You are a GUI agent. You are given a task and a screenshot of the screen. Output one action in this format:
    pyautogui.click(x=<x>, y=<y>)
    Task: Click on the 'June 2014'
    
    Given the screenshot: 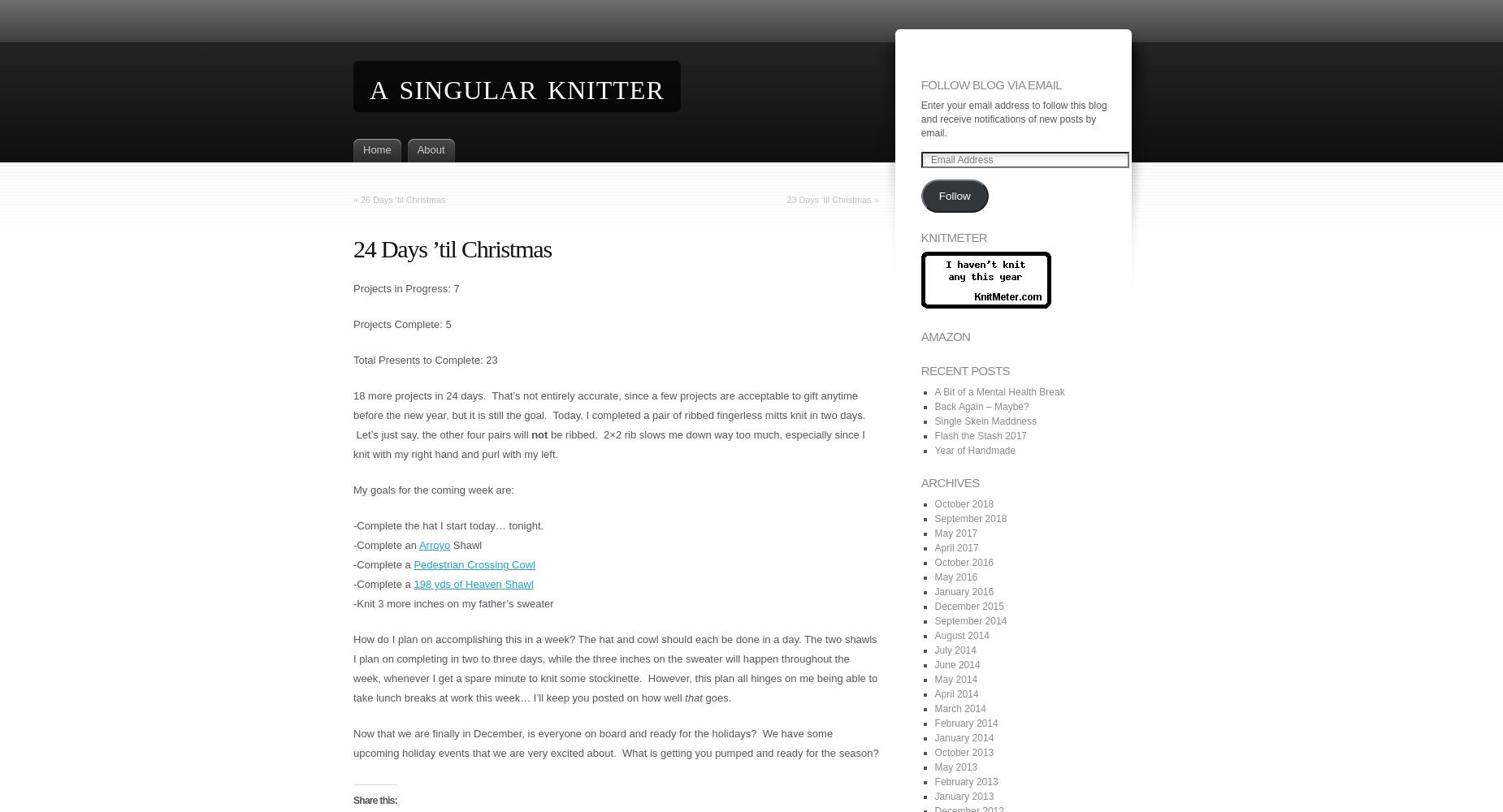 What is the action you would take?
    pyautogui.click(x=956, y=663)
    